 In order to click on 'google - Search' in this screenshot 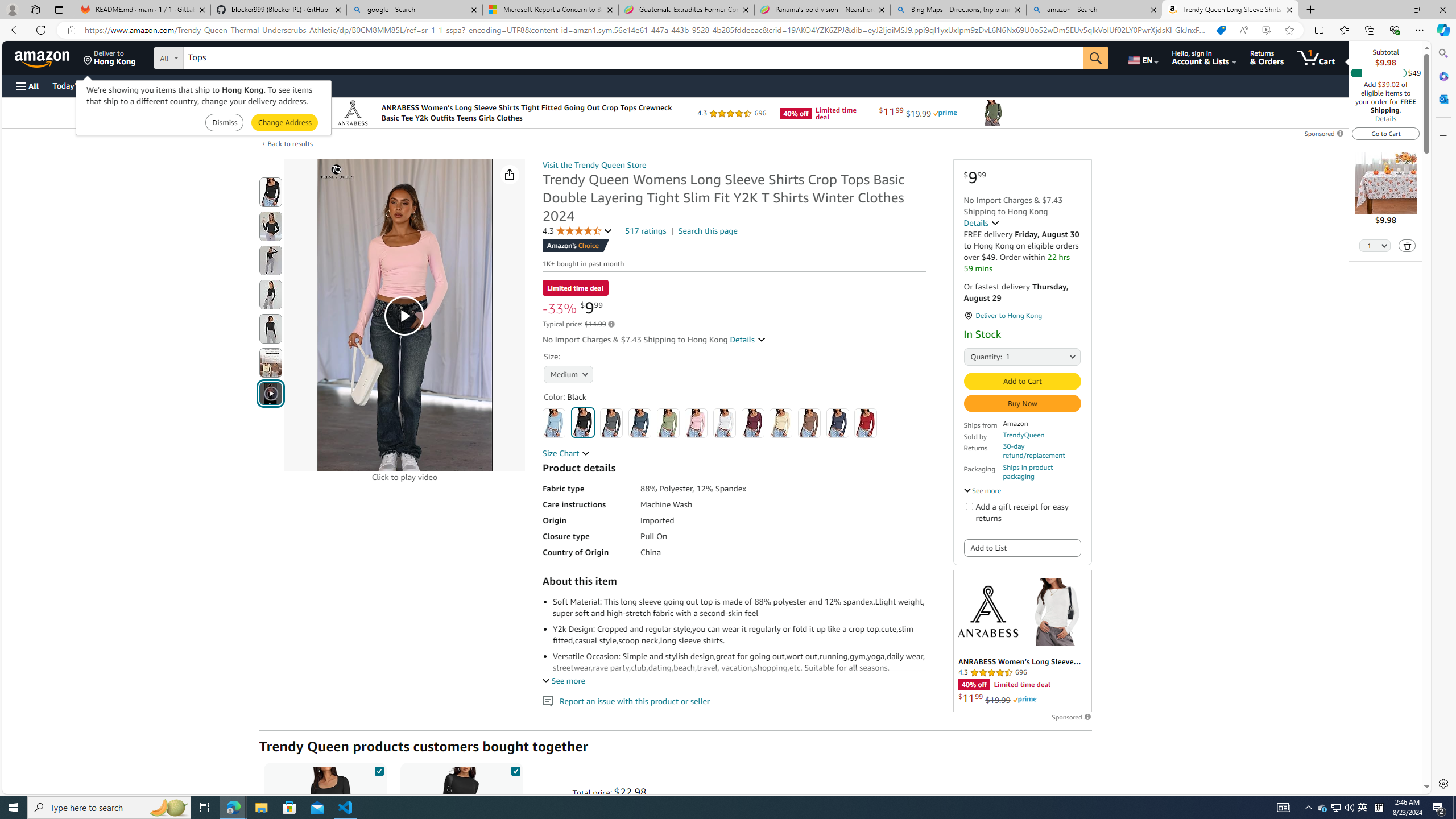, I will do `click(415, 9)`.